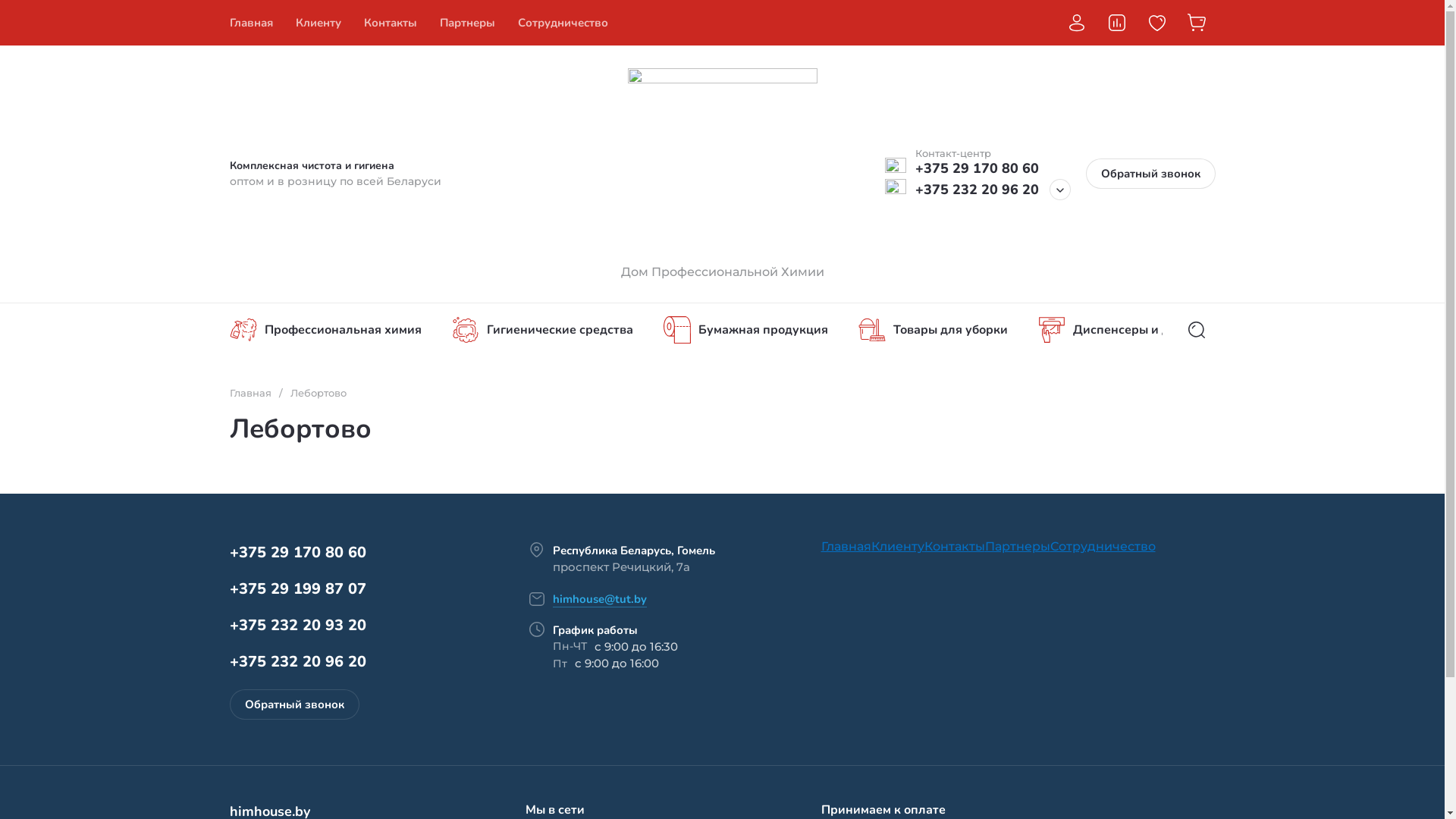 The image size is (1456, 819). What do you see at coordinates (598, 598) in the screenshot?
I see `'himhouse@tut.by'` at bounding box center [598, 598].